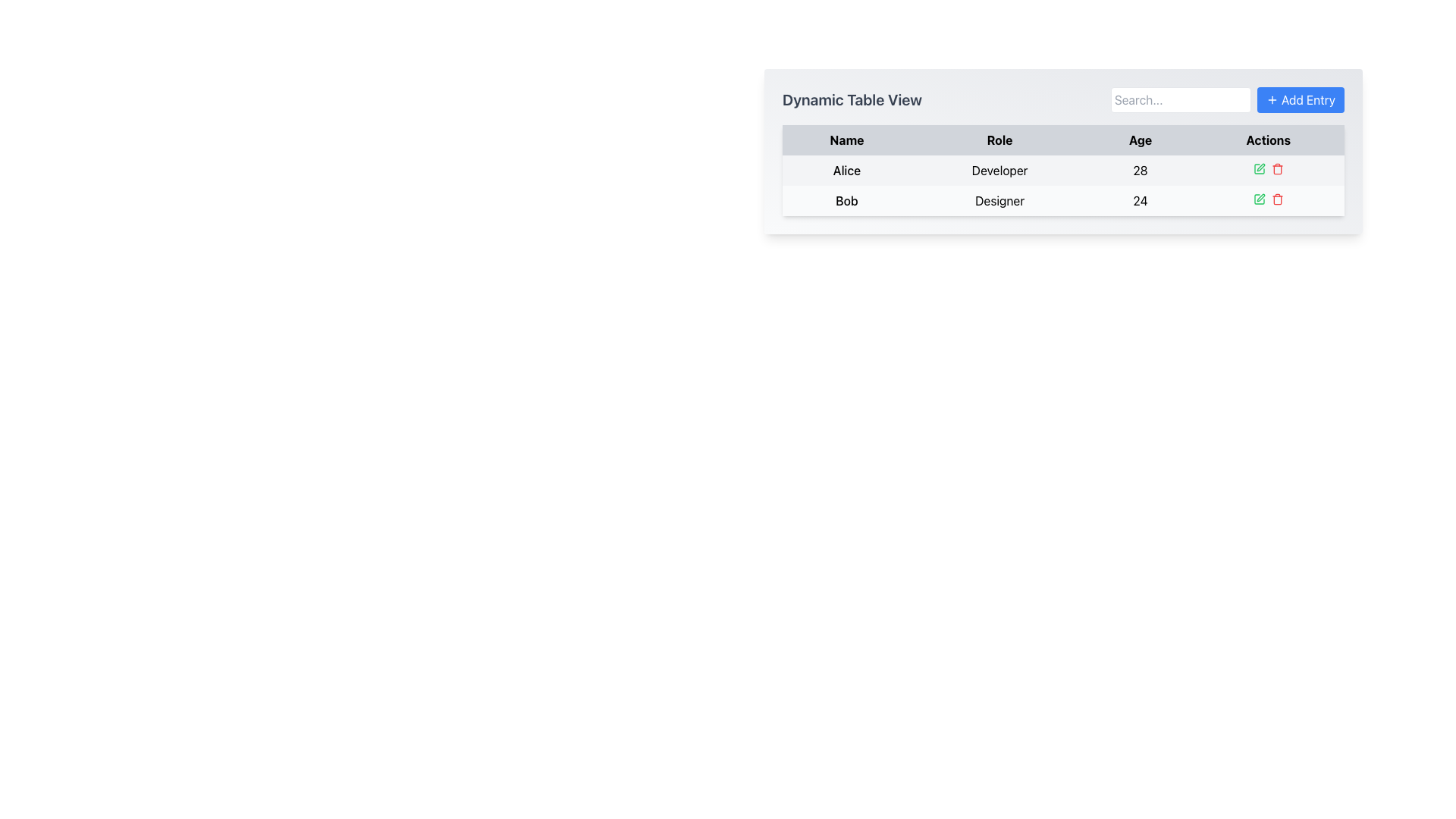 This screenshot has height=819, width=1456. I want to click on the 'Add Entry' button, so click(1300, 99).